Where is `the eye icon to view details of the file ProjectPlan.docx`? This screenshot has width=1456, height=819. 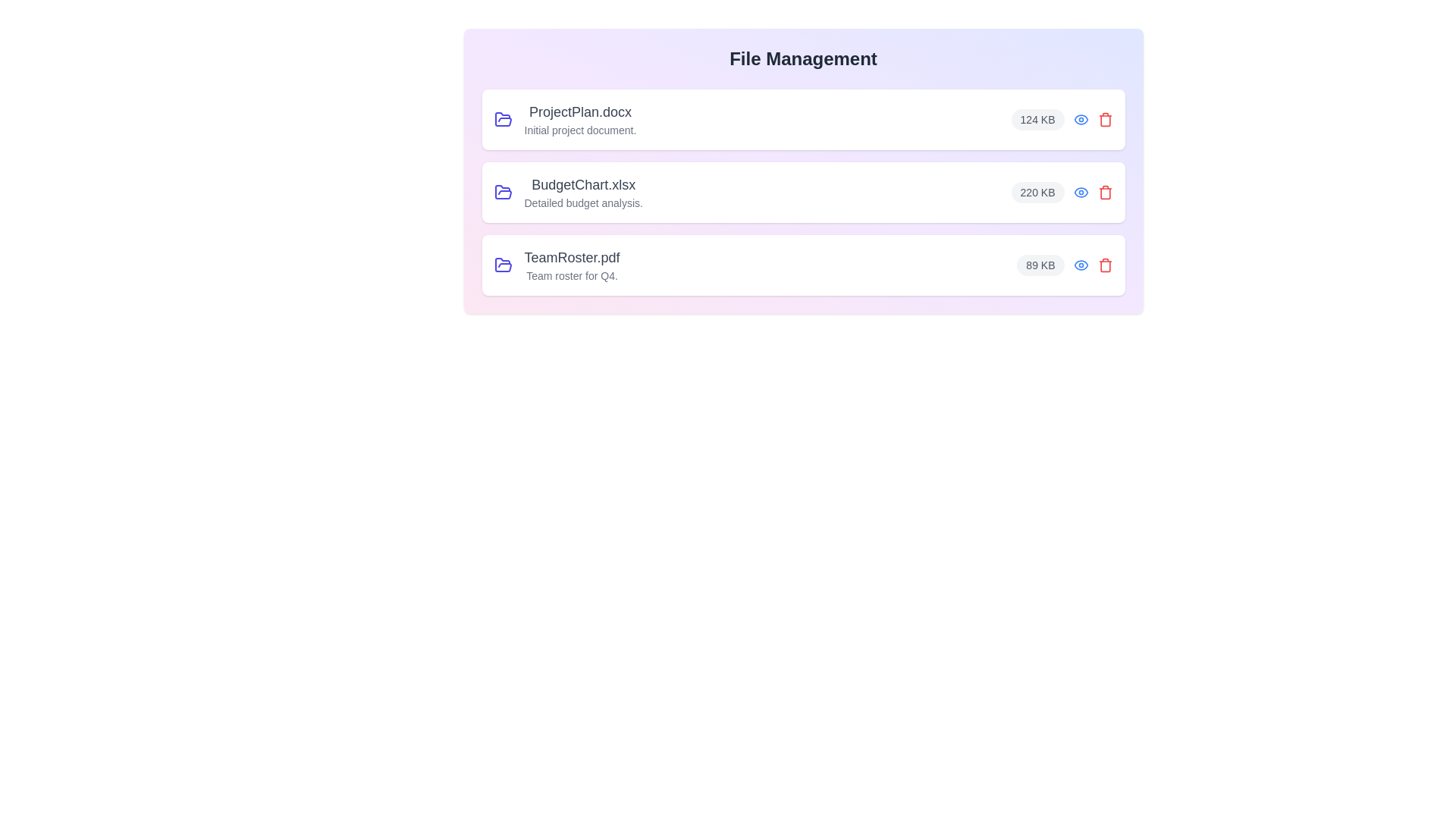 the eye icon to view details of the file ProjectPlan.docx is located at coordinates (1080, 119).